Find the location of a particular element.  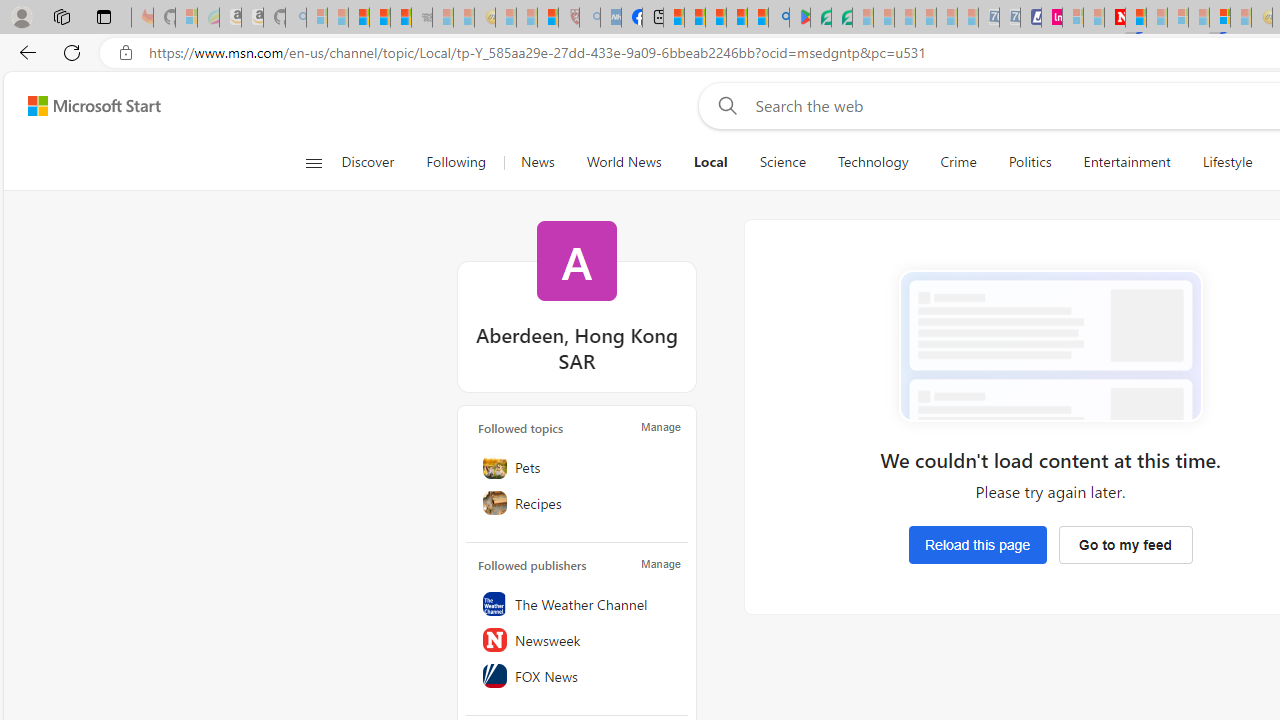

'Combat Siege' is located at coordinates (421, 17).